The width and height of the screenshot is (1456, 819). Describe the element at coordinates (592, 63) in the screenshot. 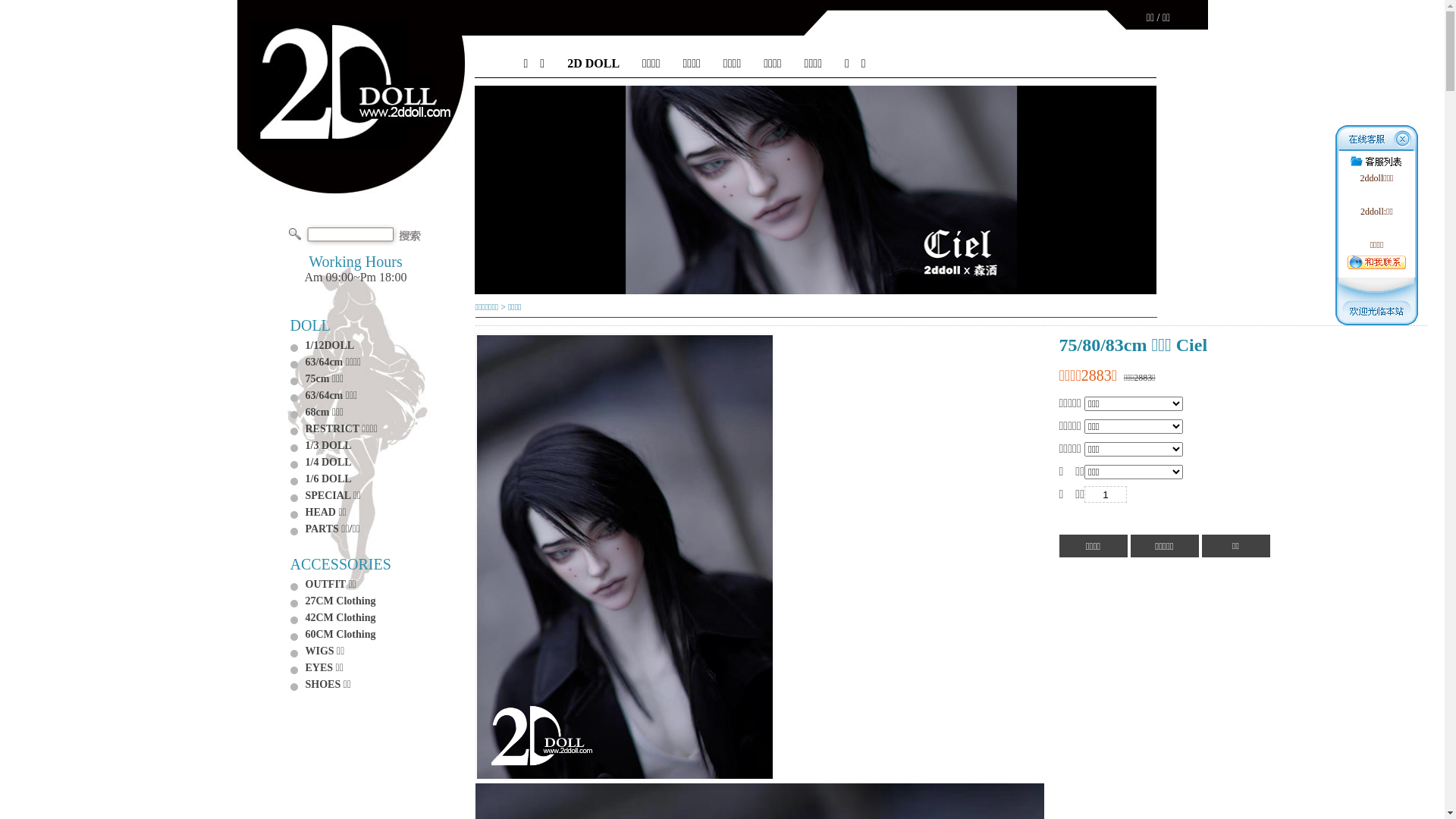

I see `'2D DOLL'` at that location.